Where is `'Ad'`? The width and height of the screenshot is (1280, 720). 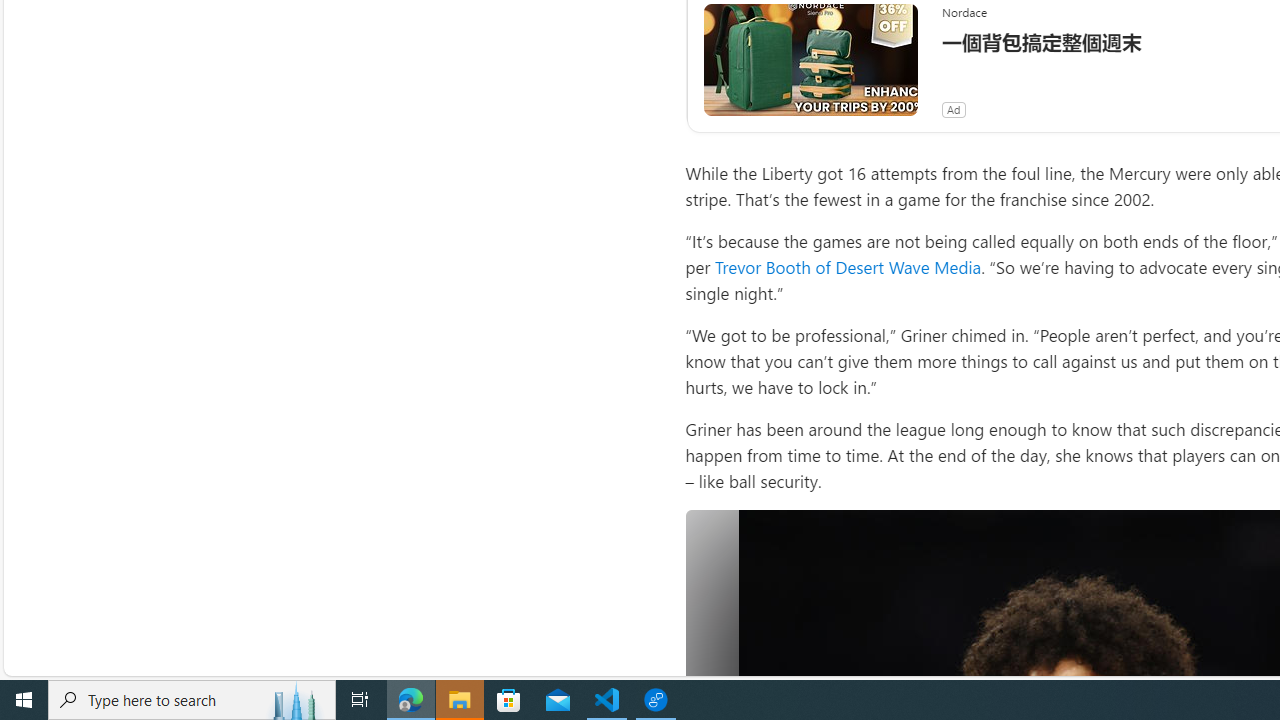 'Ad' is located at coordinates (952, 110).